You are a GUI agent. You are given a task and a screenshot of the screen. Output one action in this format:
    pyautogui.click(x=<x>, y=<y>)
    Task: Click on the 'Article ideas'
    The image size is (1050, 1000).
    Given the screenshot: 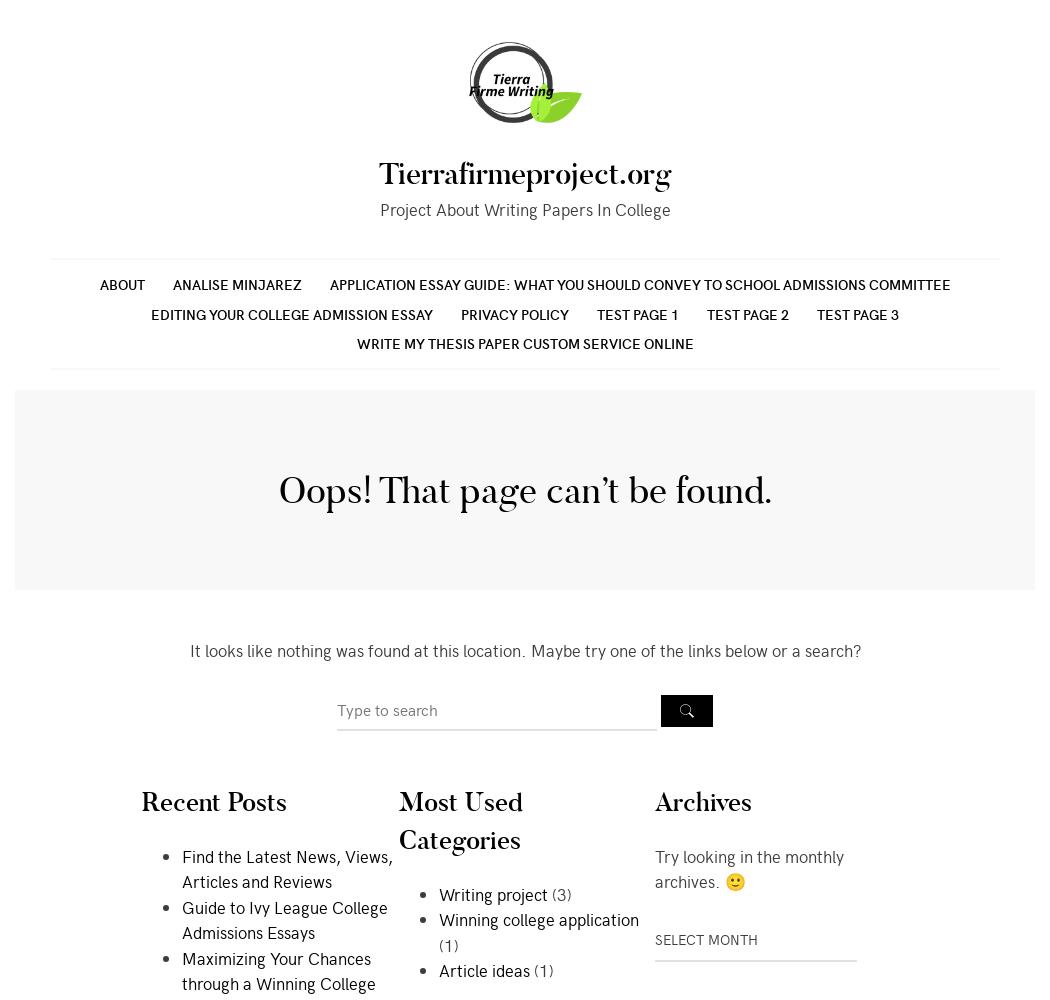 What is the action you would take?
    pyautogui.click(x=483, y=969)
    